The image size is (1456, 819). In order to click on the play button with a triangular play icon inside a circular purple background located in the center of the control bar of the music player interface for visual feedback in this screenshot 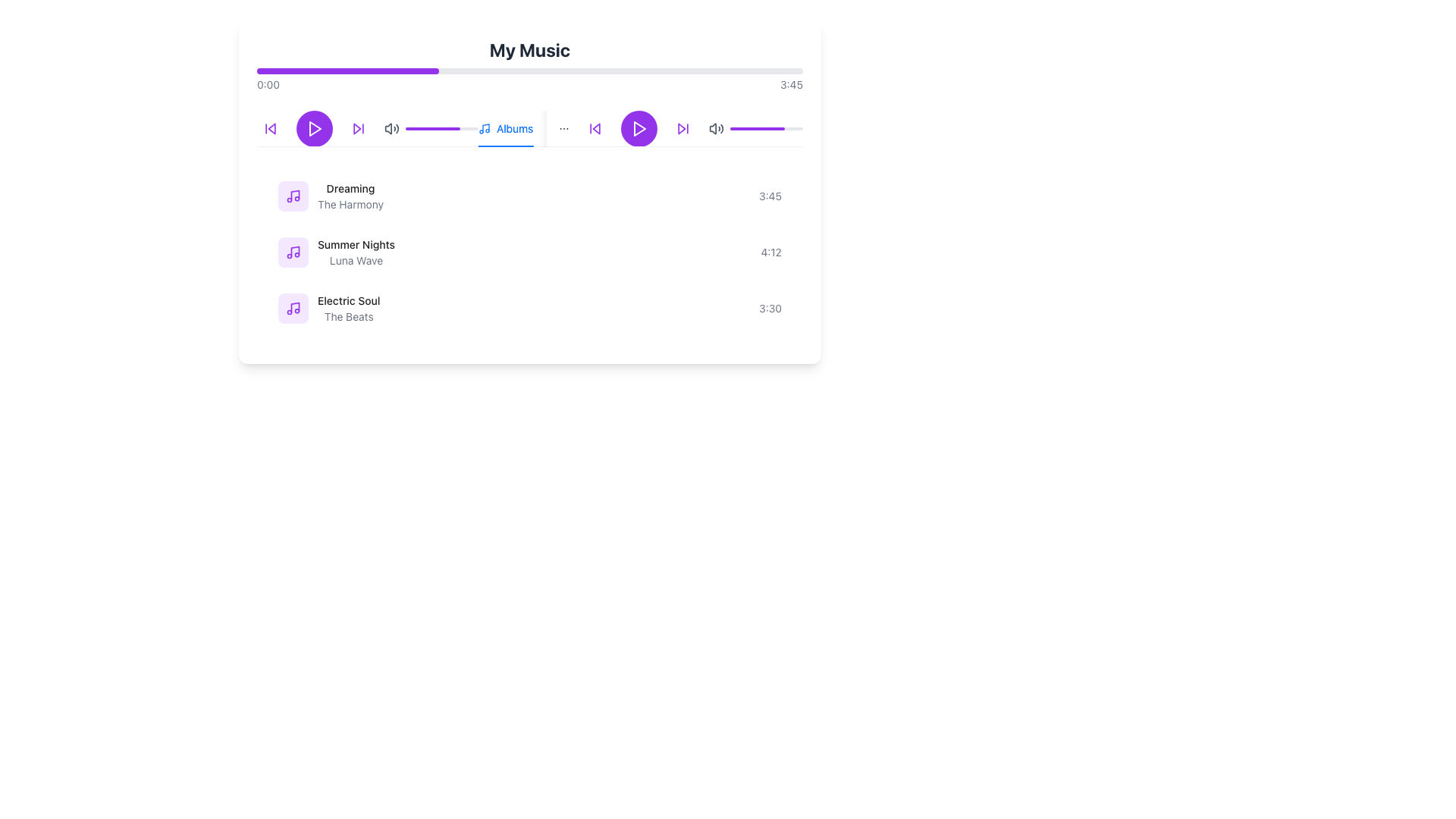, I will do `click(313, 127)`.